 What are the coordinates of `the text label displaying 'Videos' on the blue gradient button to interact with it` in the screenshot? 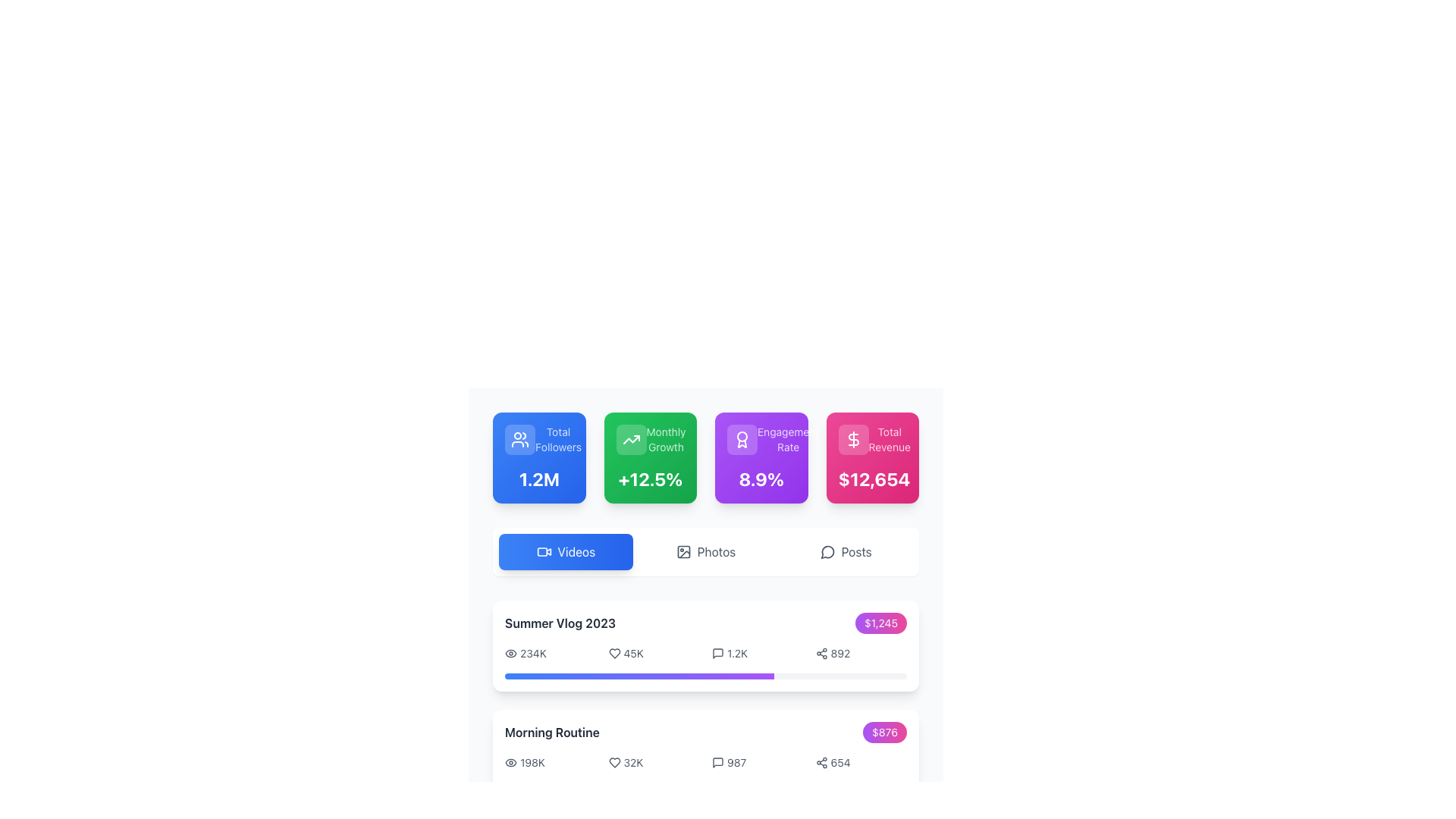 It's located at (576, 552).